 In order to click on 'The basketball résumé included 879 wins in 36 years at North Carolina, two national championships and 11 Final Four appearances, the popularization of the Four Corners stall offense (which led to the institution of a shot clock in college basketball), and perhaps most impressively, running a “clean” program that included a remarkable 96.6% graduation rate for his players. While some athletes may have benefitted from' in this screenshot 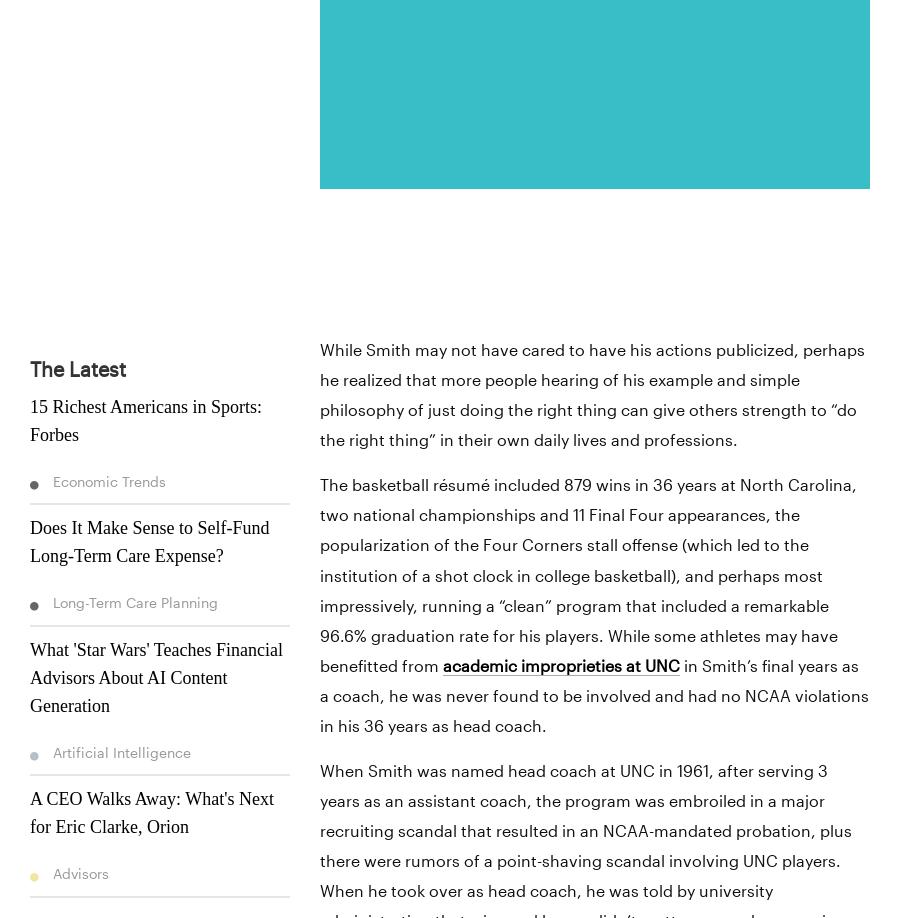, I will do `click(587, 574)`.